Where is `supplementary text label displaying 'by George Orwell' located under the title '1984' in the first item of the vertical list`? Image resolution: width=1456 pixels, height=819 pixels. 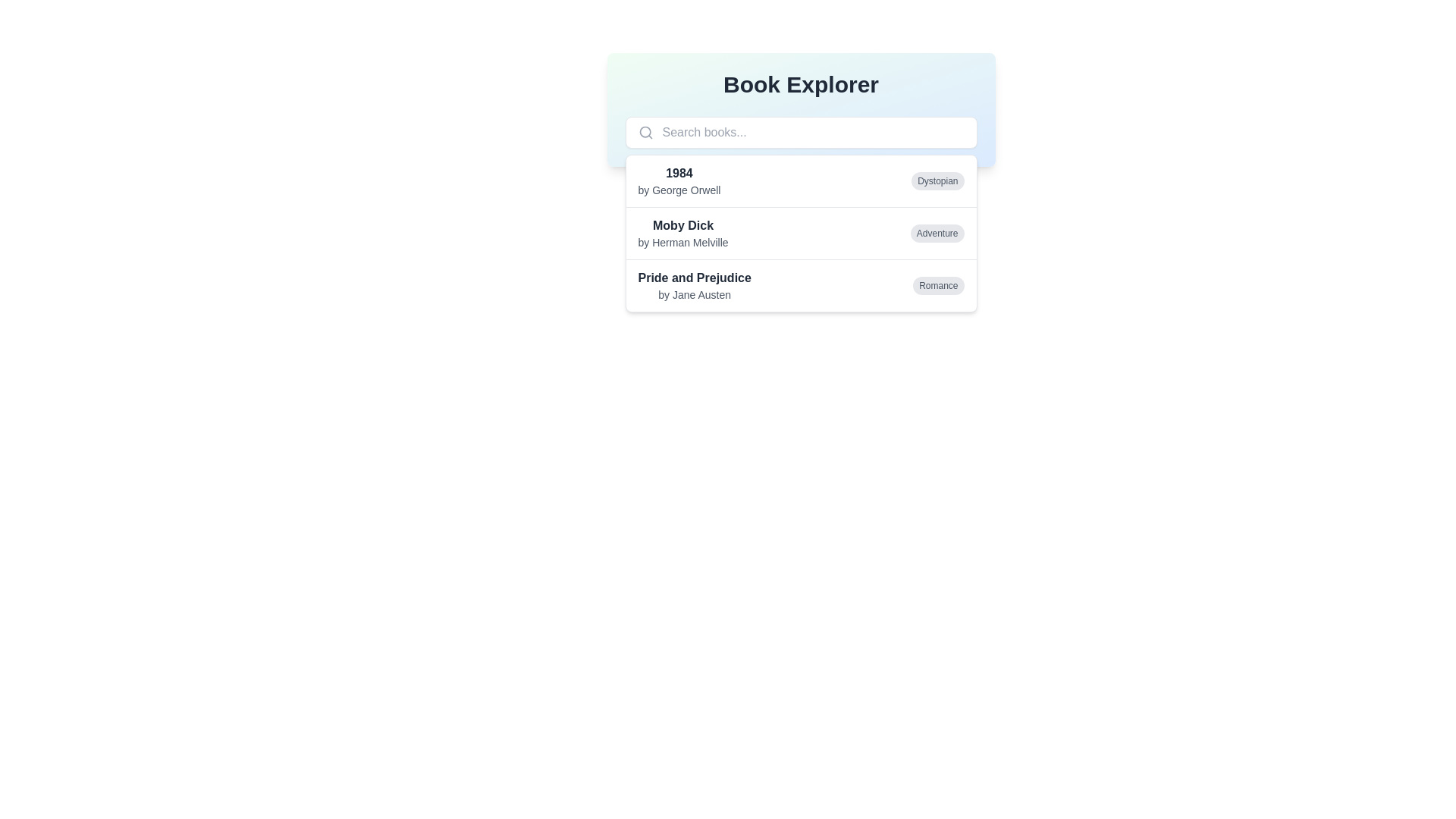 supplementary text label displaying 'by George Orwell' located under the title '1984' in the first item of the vertical list is located at coordinates (679, 189).